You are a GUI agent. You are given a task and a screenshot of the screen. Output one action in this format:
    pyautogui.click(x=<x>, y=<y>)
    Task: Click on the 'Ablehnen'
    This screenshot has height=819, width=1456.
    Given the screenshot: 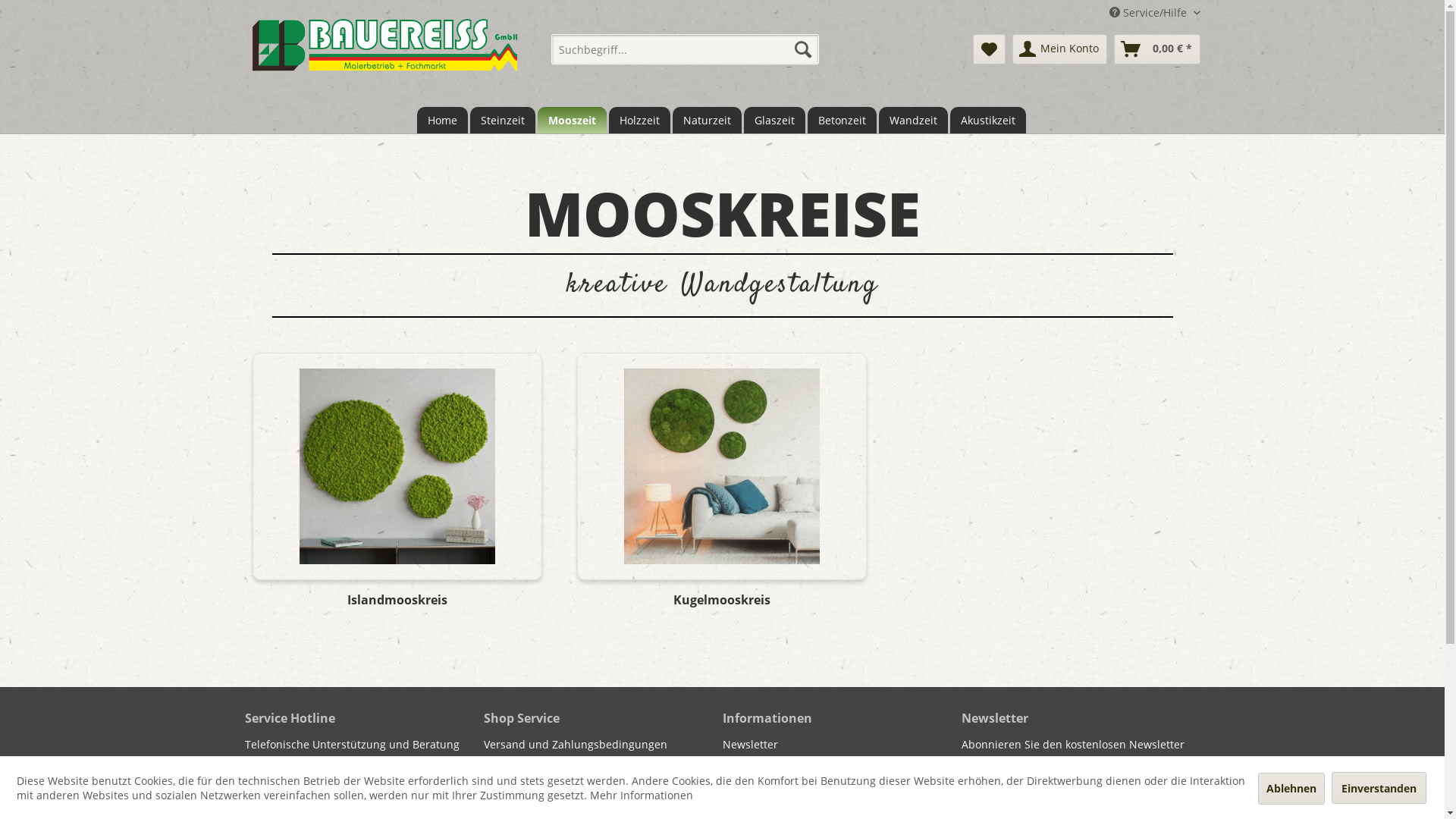 What is the action you would take?
    pyautogui.click(x=1291, y=788)
    